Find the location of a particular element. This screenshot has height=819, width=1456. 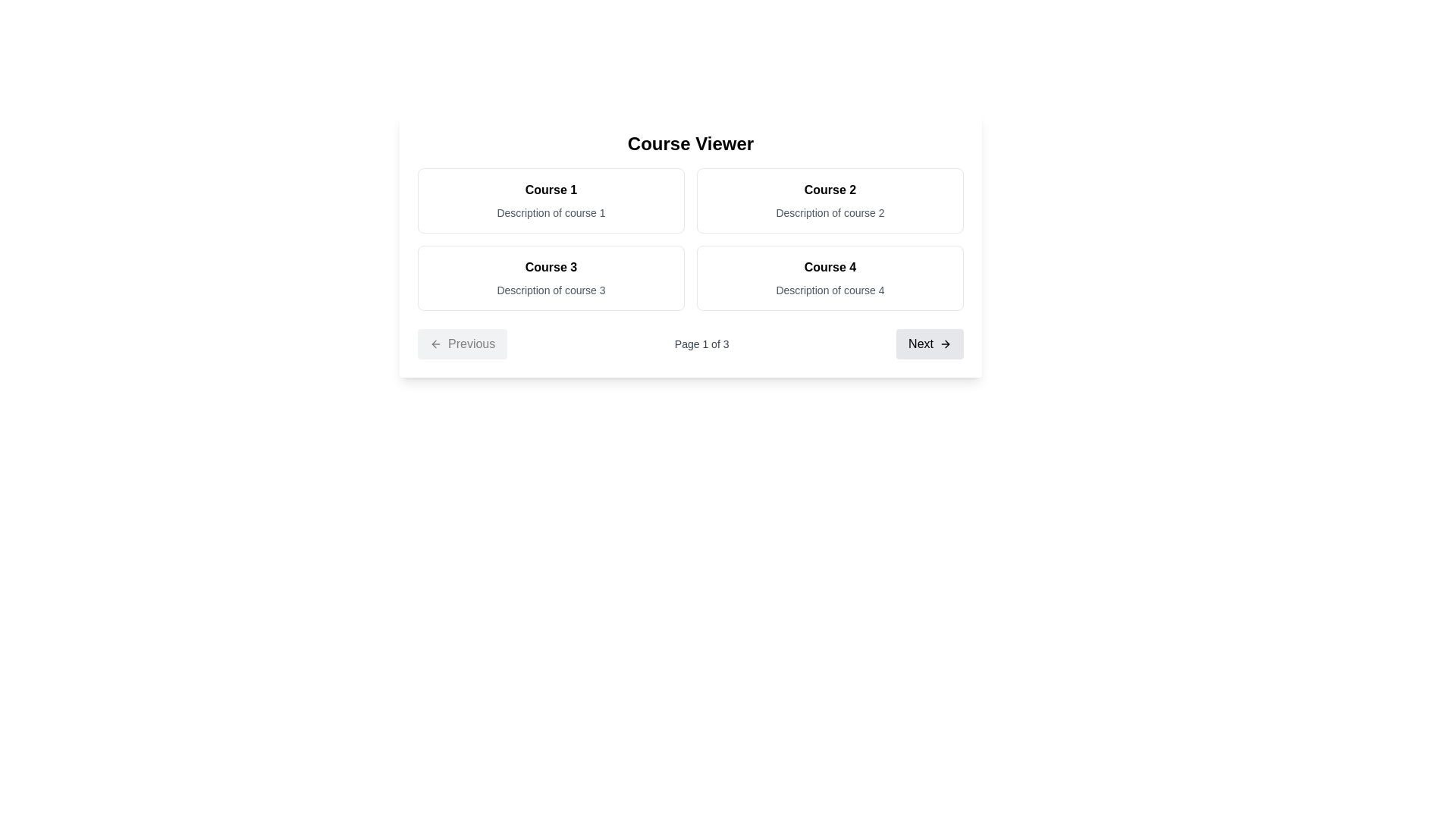

the 'Previous' button in the navigation bar, which has a light gray background, rounded corners, and an arrow icon pointing leftward is located at coordinates (462, 344).